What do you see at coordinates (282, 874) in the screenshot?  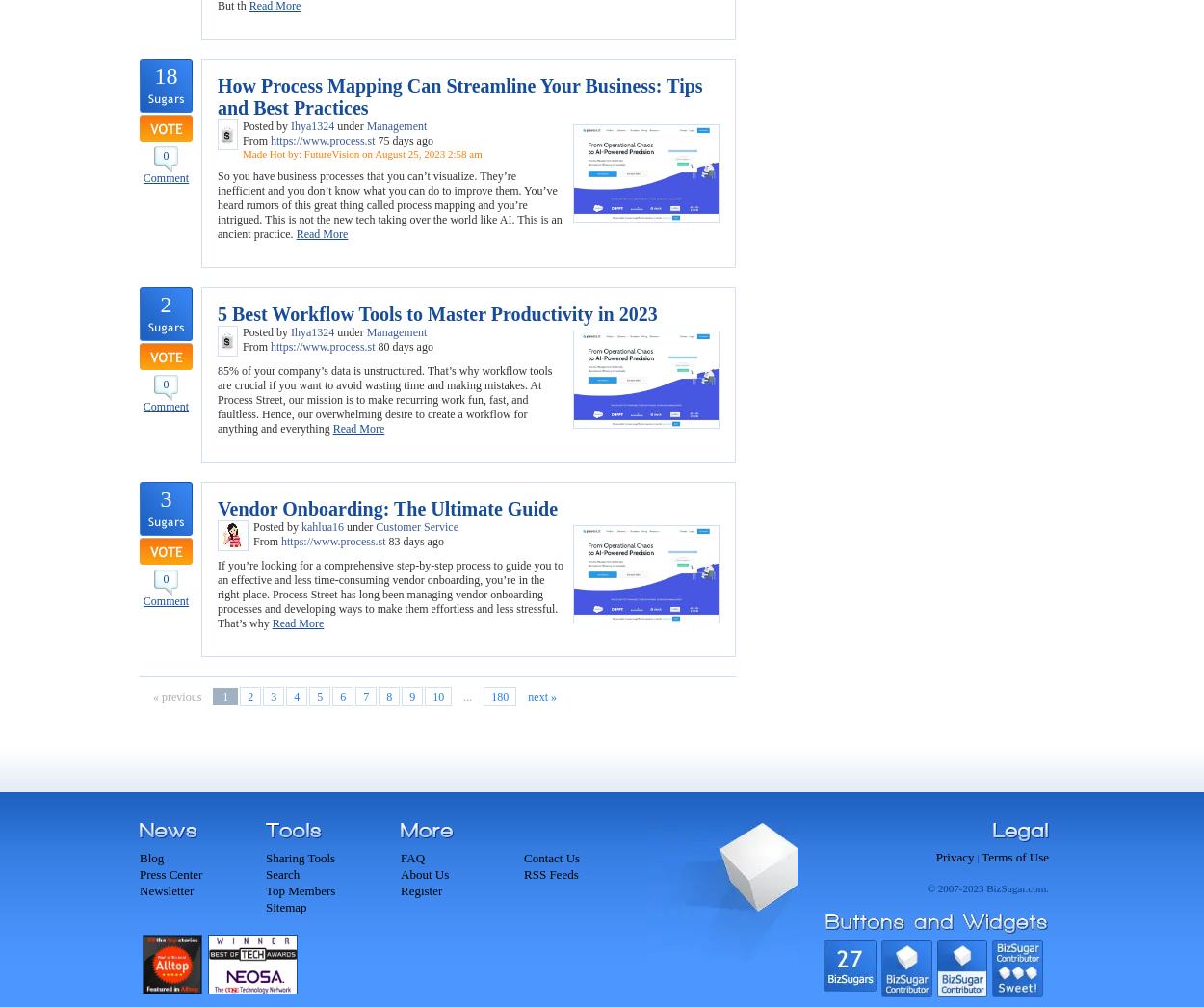 I see `'Search'` at bounding box center [282, 874].